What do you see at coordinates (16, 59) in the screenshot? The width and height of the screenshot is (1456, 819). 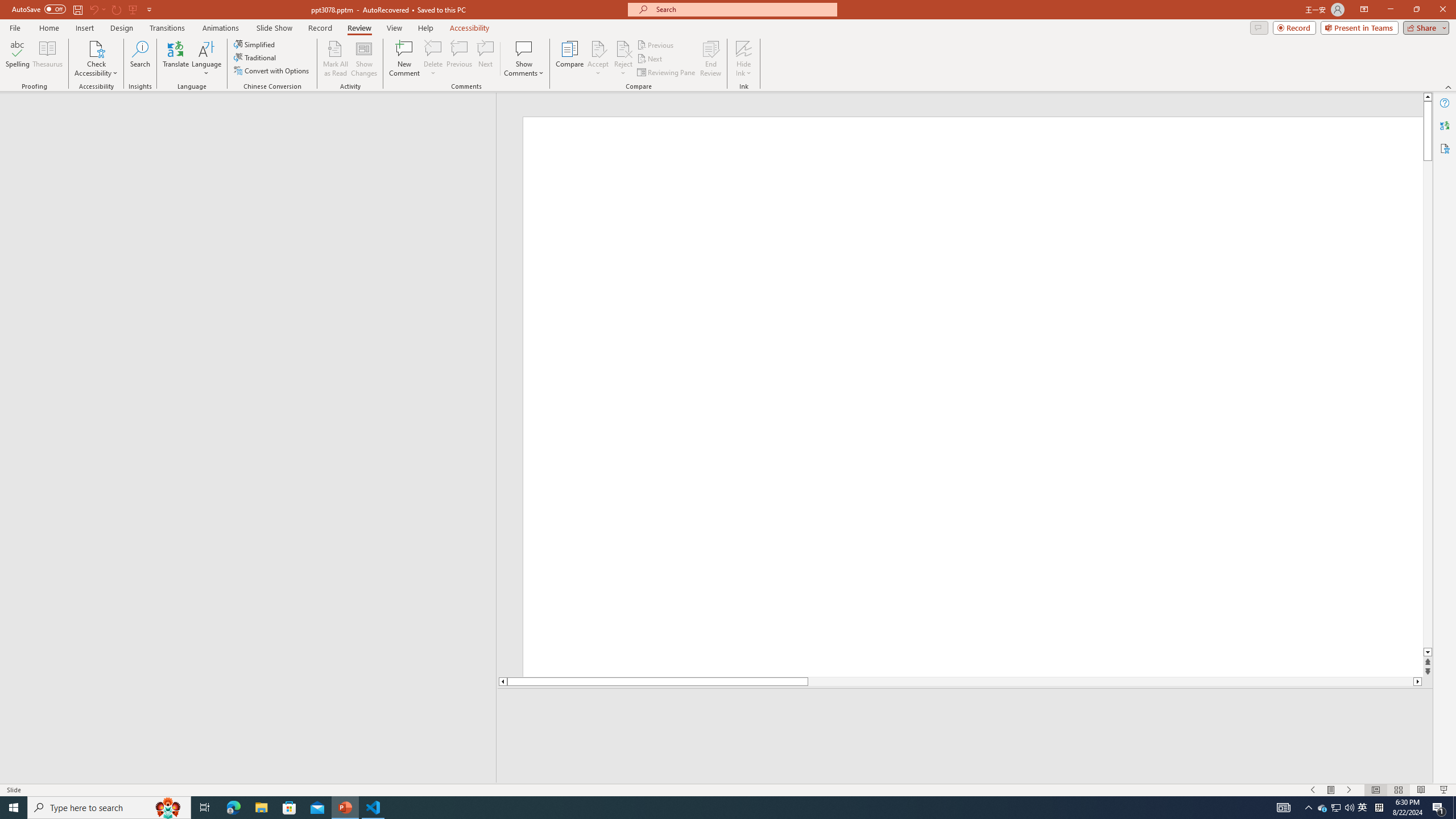 I see `'Spelling...'` at bounding box center [16, 59].